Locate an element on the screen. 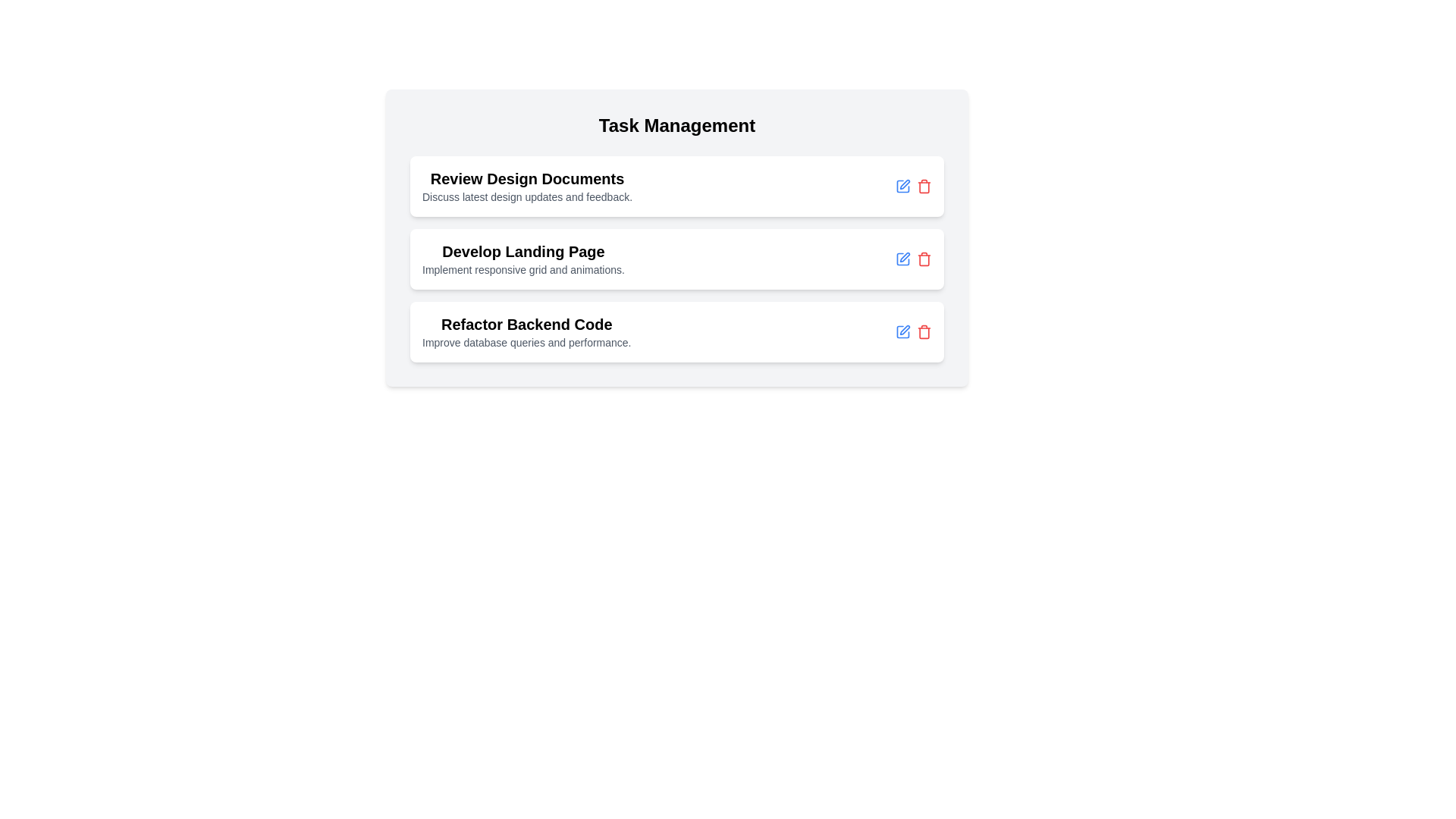 Image resolution: width=1456 pixels, height=819 pixels. the delete button located on the right side of the row, which is the second interactive icon following a pencil icon, to change its color is located at coordinates (924, 259).